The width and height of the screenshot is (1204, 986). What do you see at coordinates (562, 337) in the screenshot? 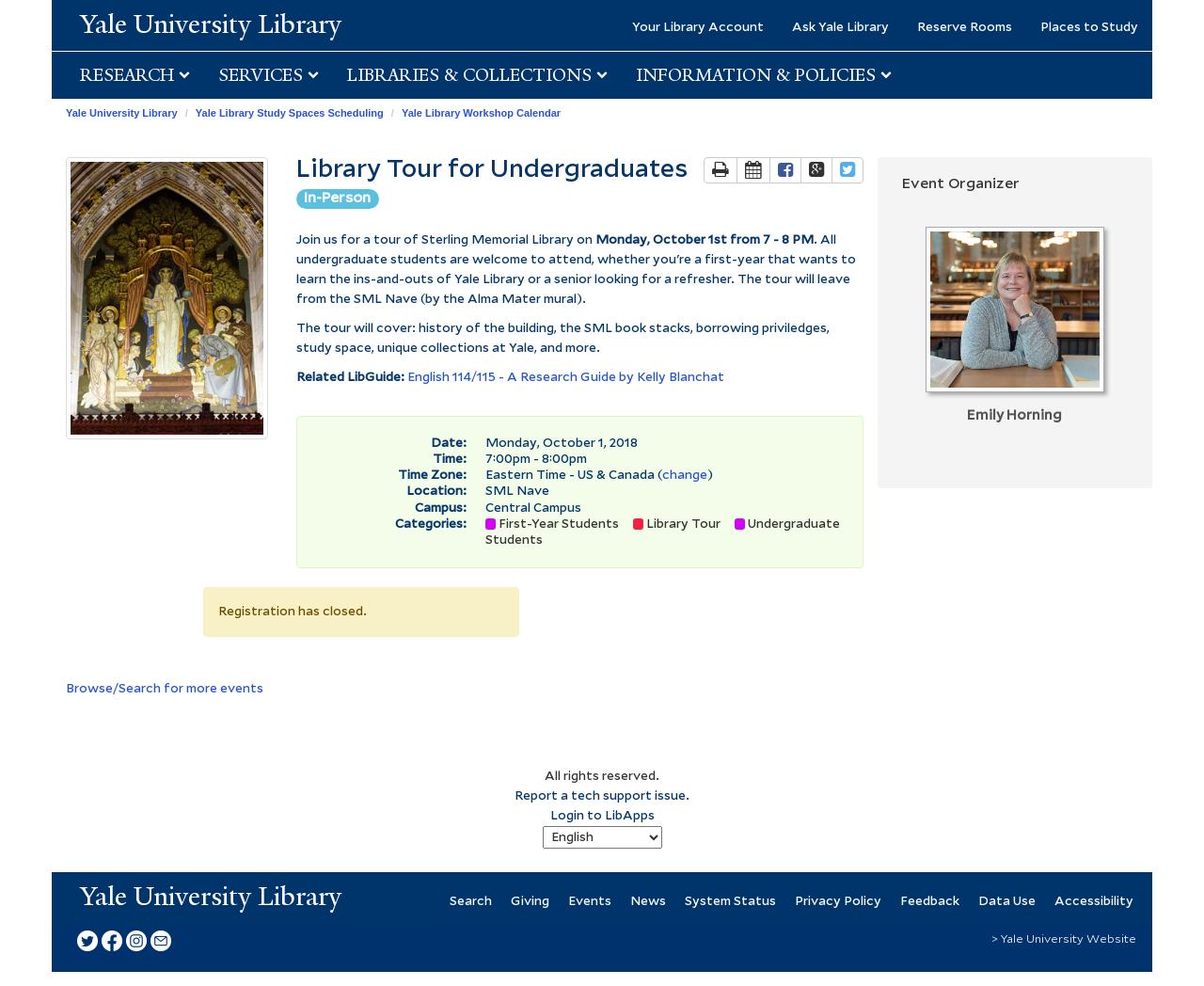
I see `'The tour will cover: history of the building, the SML book stacks, borrowing priviledges, study space, unique collections at Yale, and more.'` at bounding box center [562, 337].